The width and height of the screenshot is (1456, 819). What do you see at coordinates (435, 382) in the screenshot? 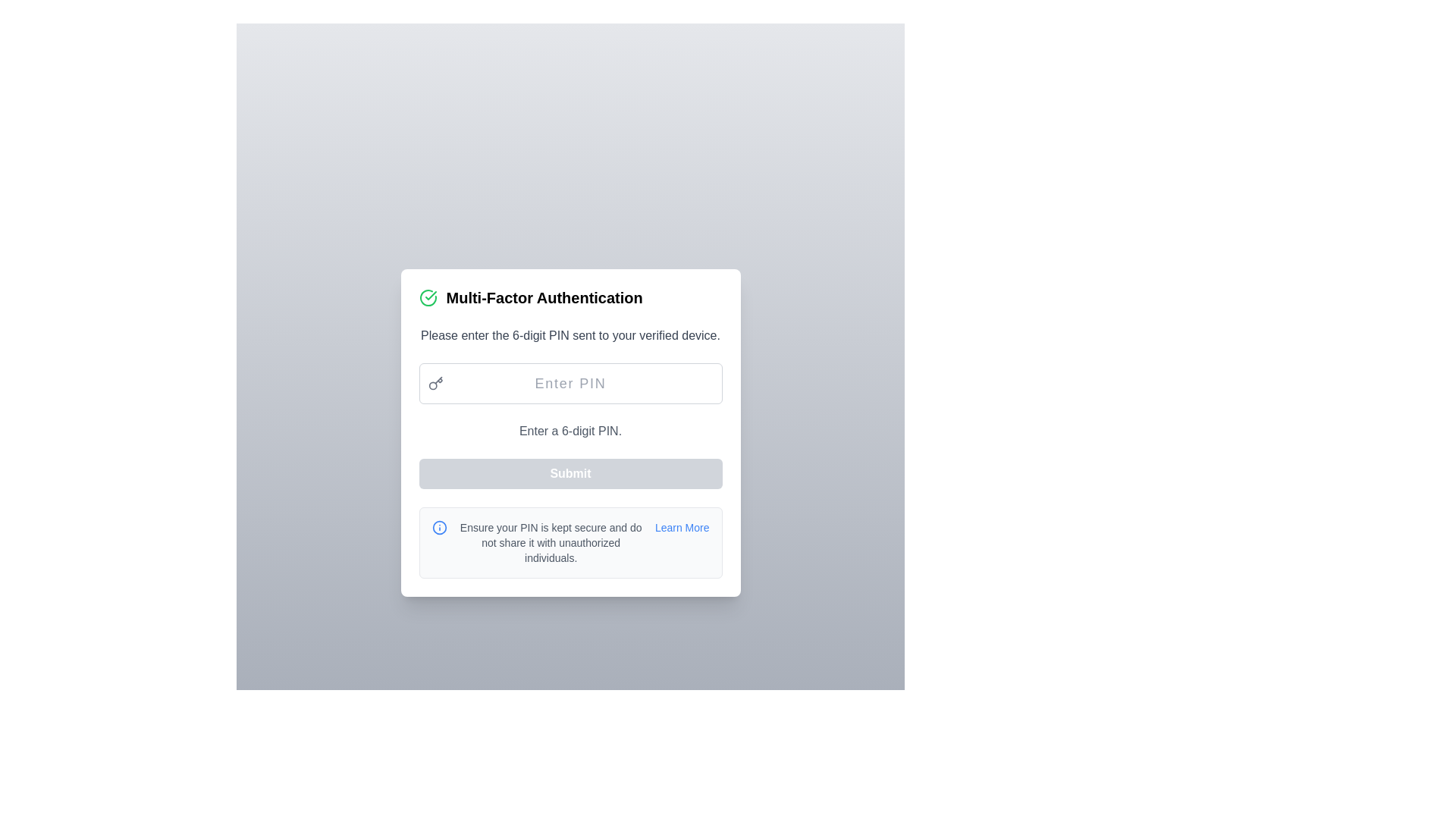
I see `the gray key icon located on the left side of the 'Enter PIN' text input field` at bounding box center [435, 382].